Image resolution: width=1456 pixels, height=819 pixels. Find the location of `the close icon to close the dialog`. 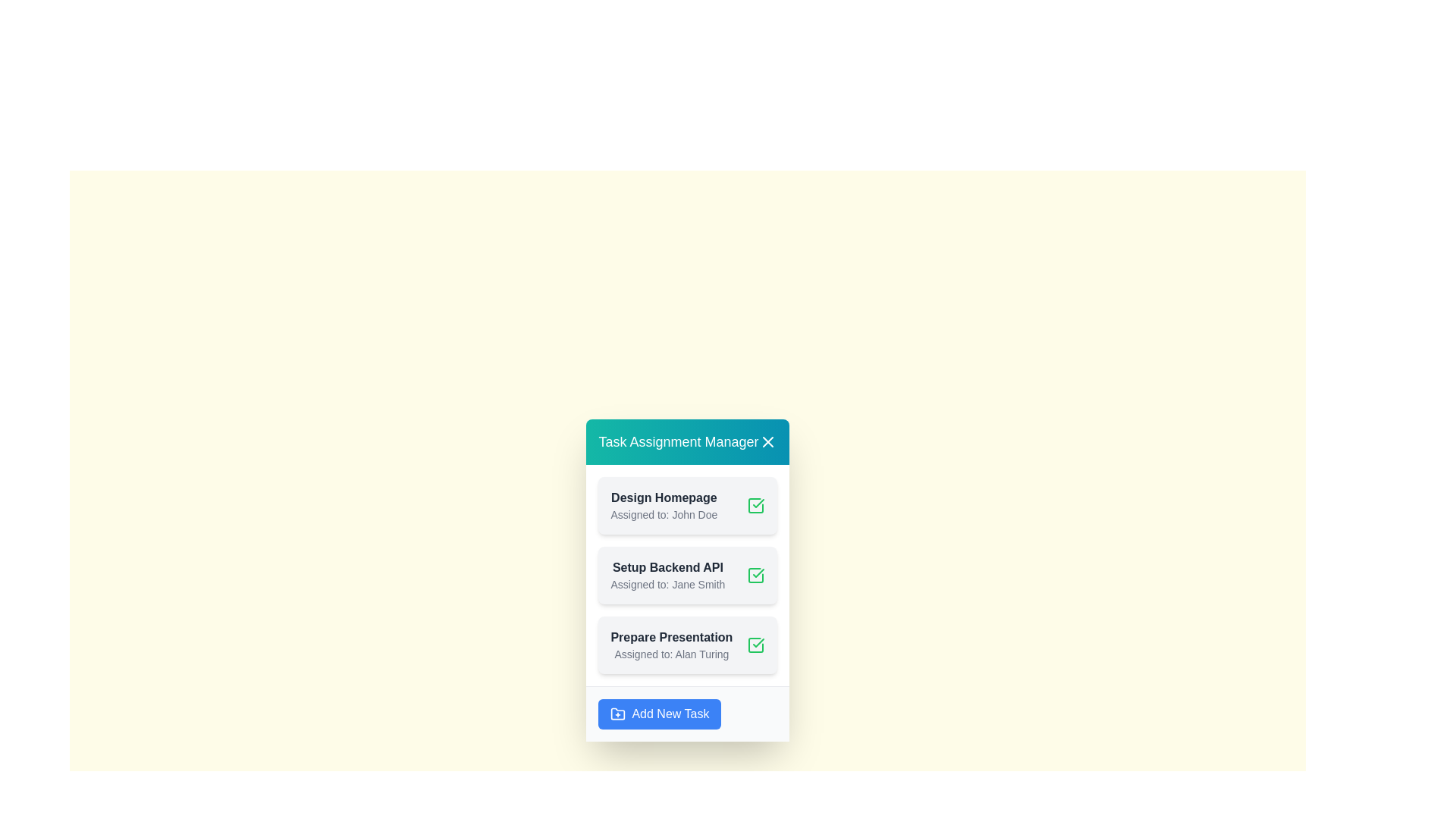

the close icon to close the dialog is located at coordinates (767, 441).